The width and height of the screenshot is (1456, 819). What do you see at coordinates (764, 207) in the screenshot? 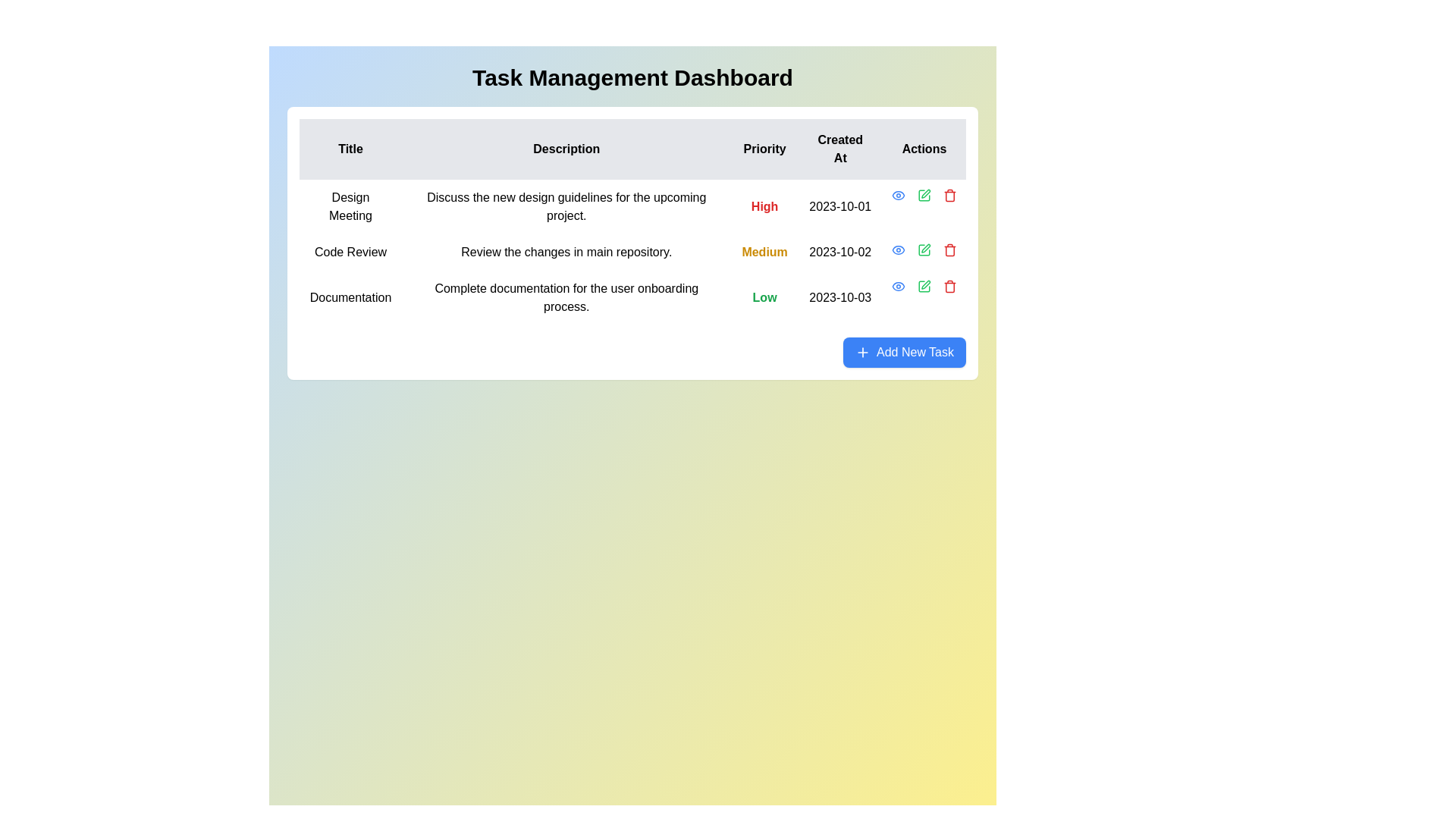
I see `the 'Priority' status text label in the first row of the task management table, which indicates the importance or urgency of the task` at bounding box center [764, 207].